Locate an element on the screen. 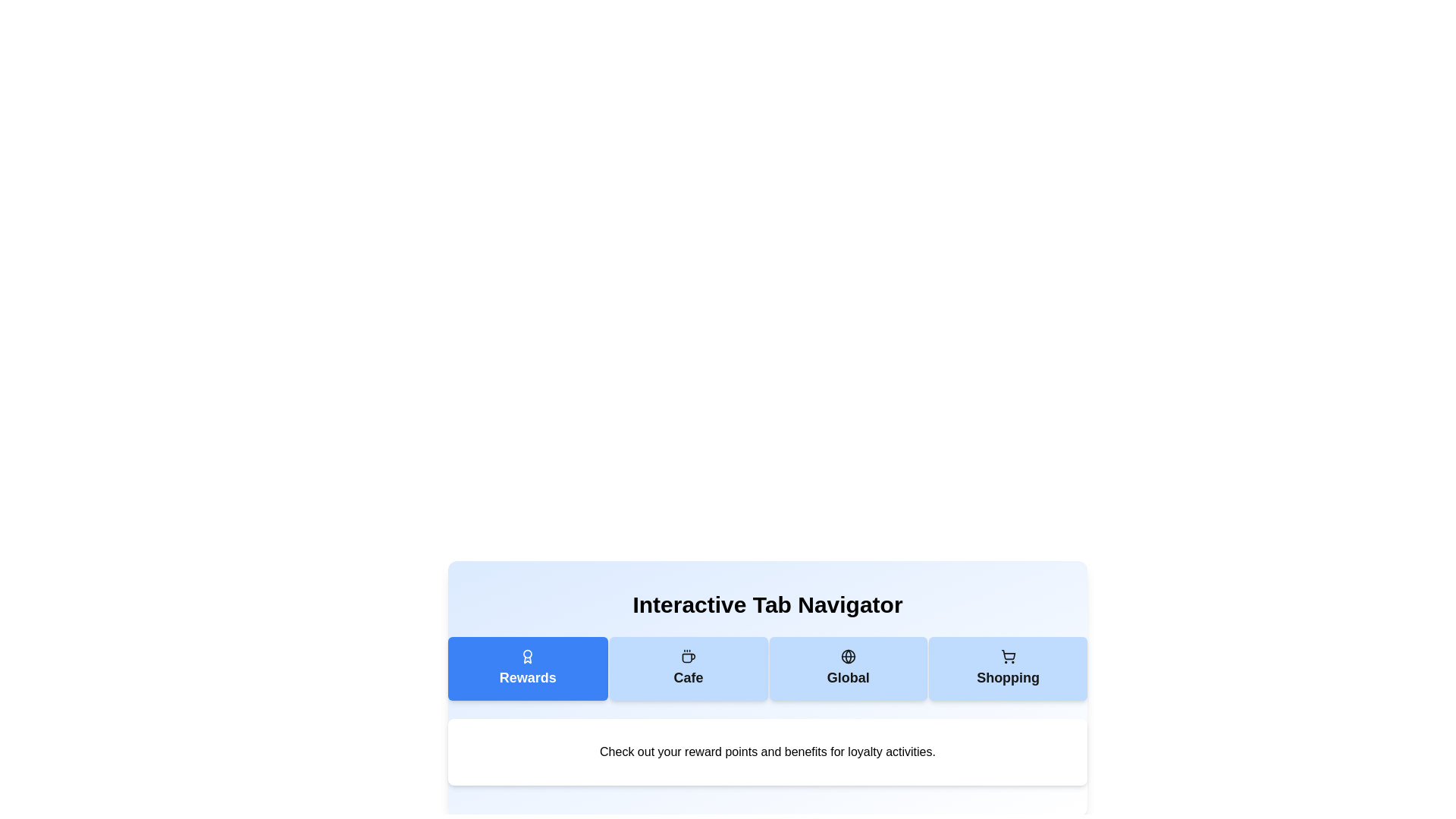  the tab labeled Cafe to observe its icon is located at coordinates (688, 668).